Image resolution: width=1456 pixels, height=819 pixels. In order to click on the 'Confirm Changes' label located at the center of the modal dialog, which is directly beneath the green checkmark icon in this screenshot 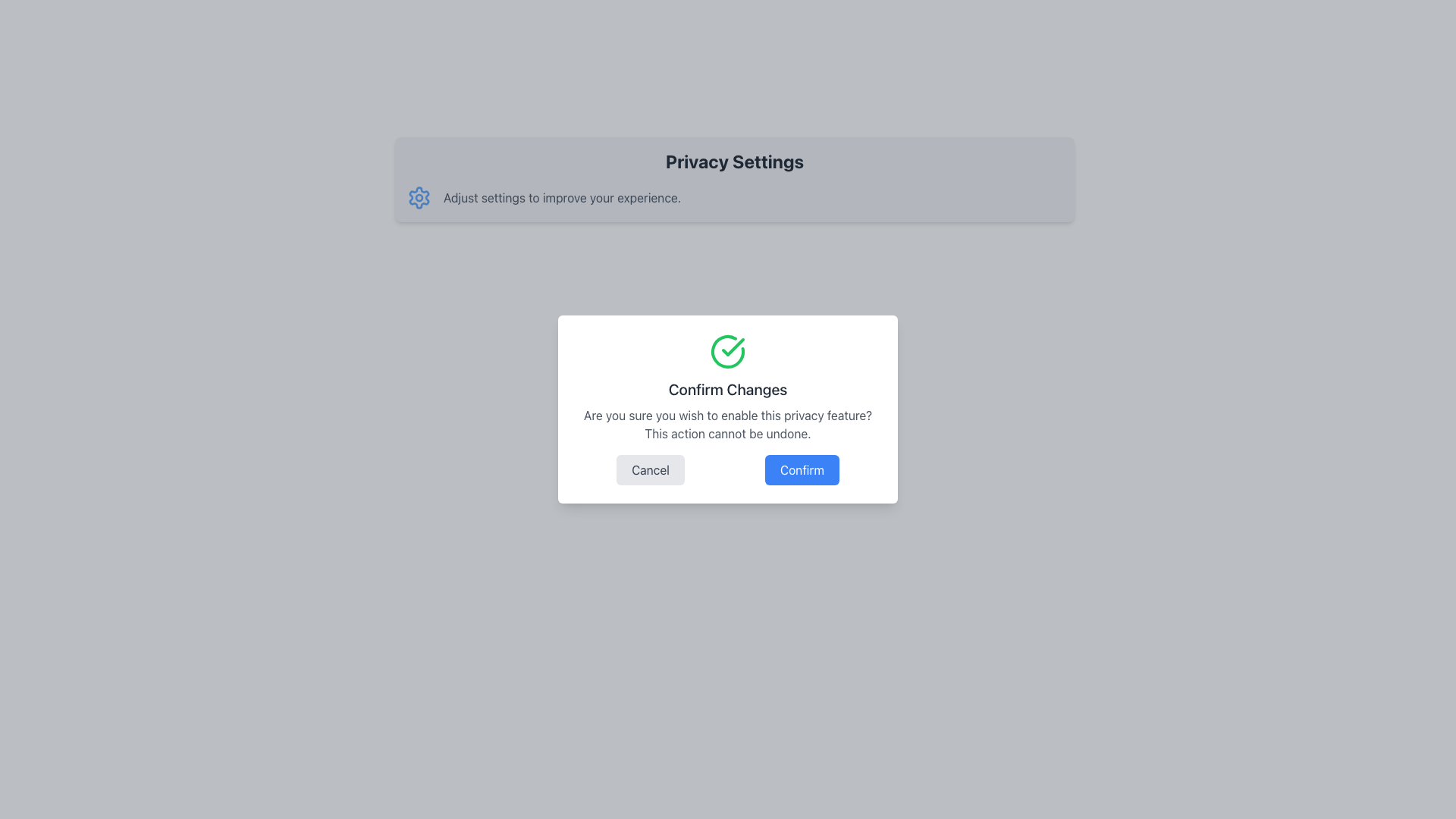, I will do `click(728, 388)`.